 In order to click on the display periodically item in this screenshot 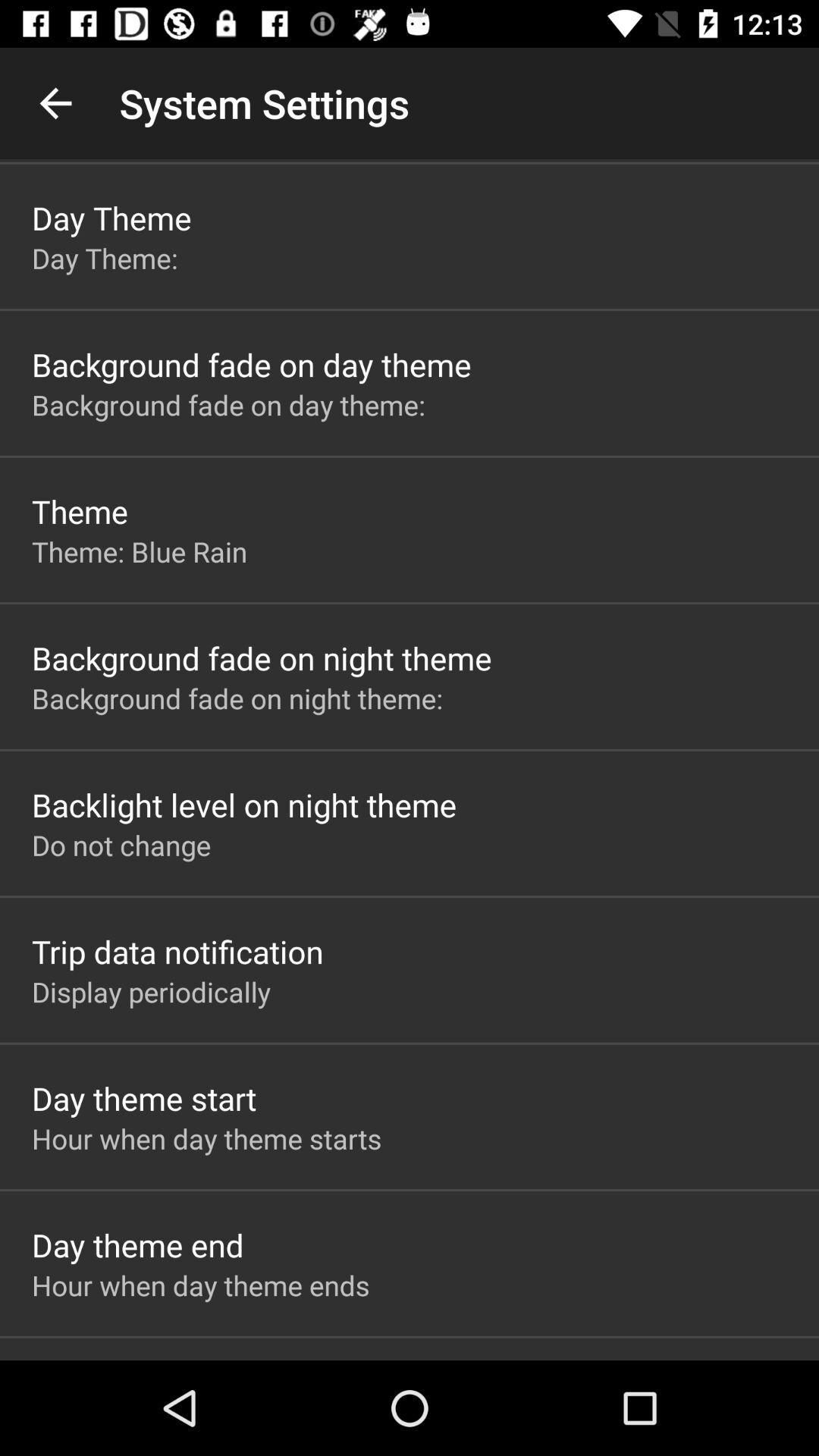, I will do `click(151, 992)`.